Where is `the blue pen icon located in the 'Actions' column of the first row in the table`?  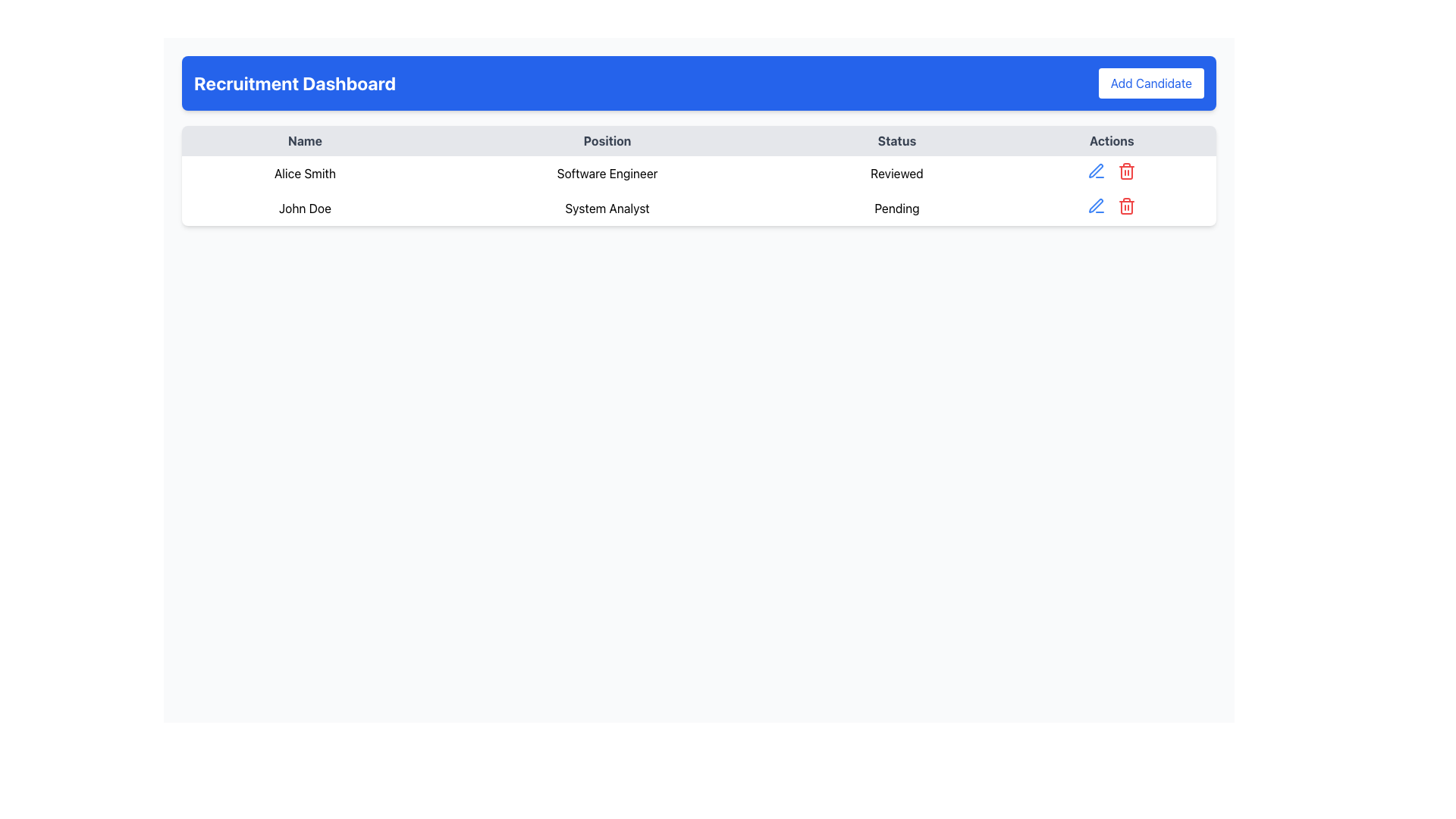
the blue pen icon located in the 'Actions' column of the first row in the table is located at coordinates (1096, 206).